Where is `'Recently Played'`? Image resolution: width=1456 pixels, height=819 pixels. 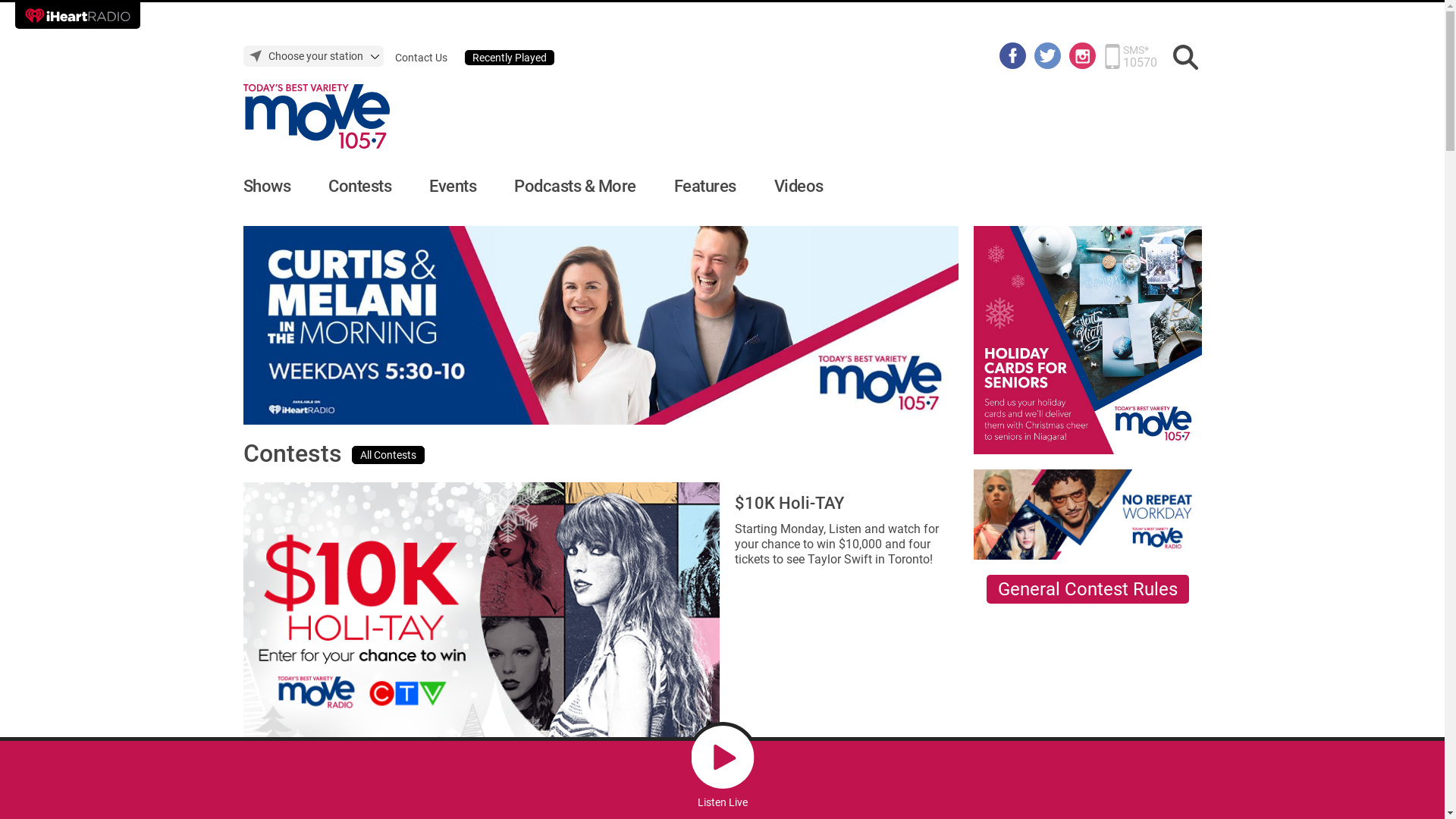
'Recently Played' is located at coordinates (509, 57).